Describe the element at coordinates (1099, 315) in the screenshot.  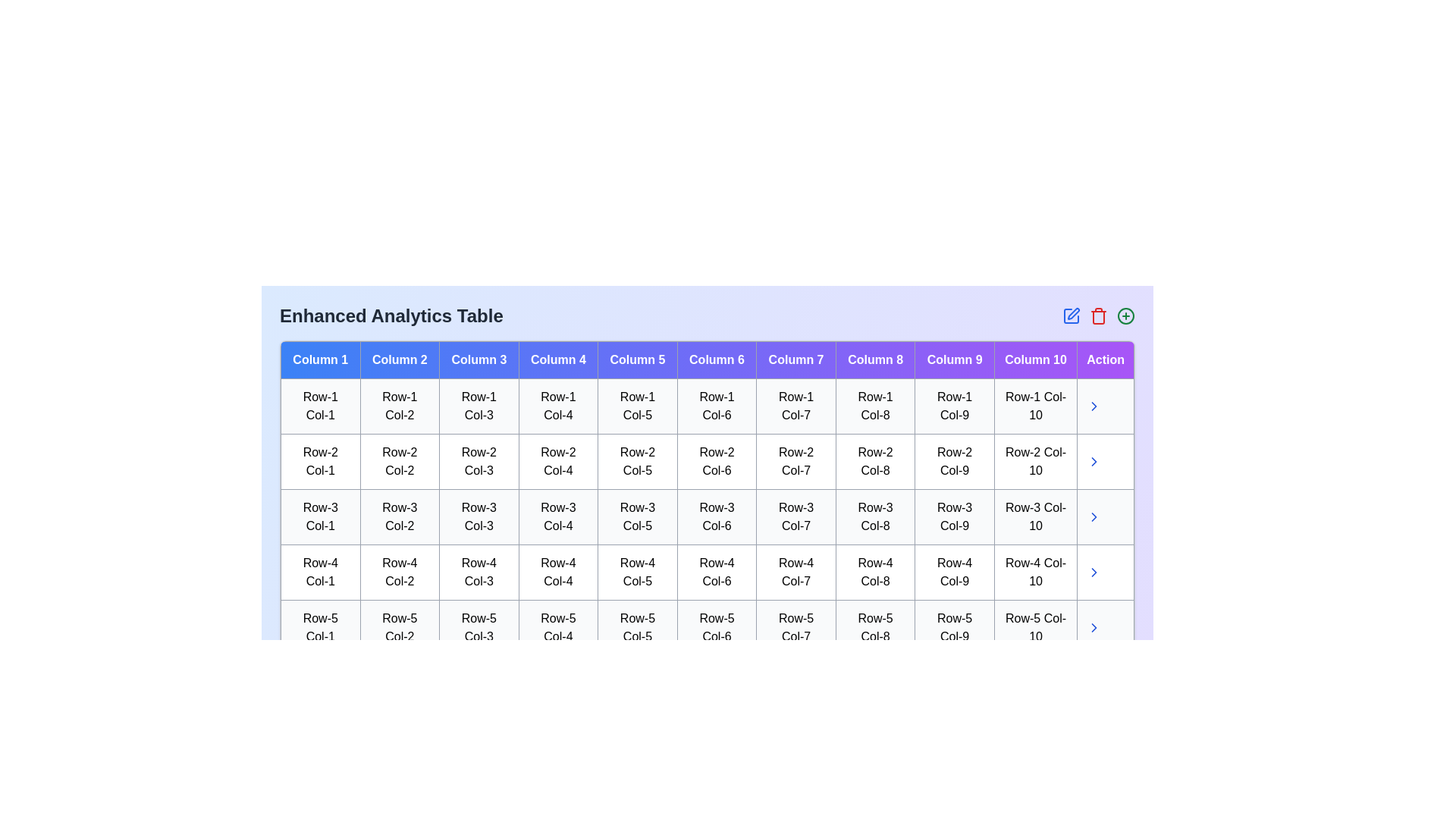
I see `delete icon in the header of the Enhanced Analytics Table` at that location.